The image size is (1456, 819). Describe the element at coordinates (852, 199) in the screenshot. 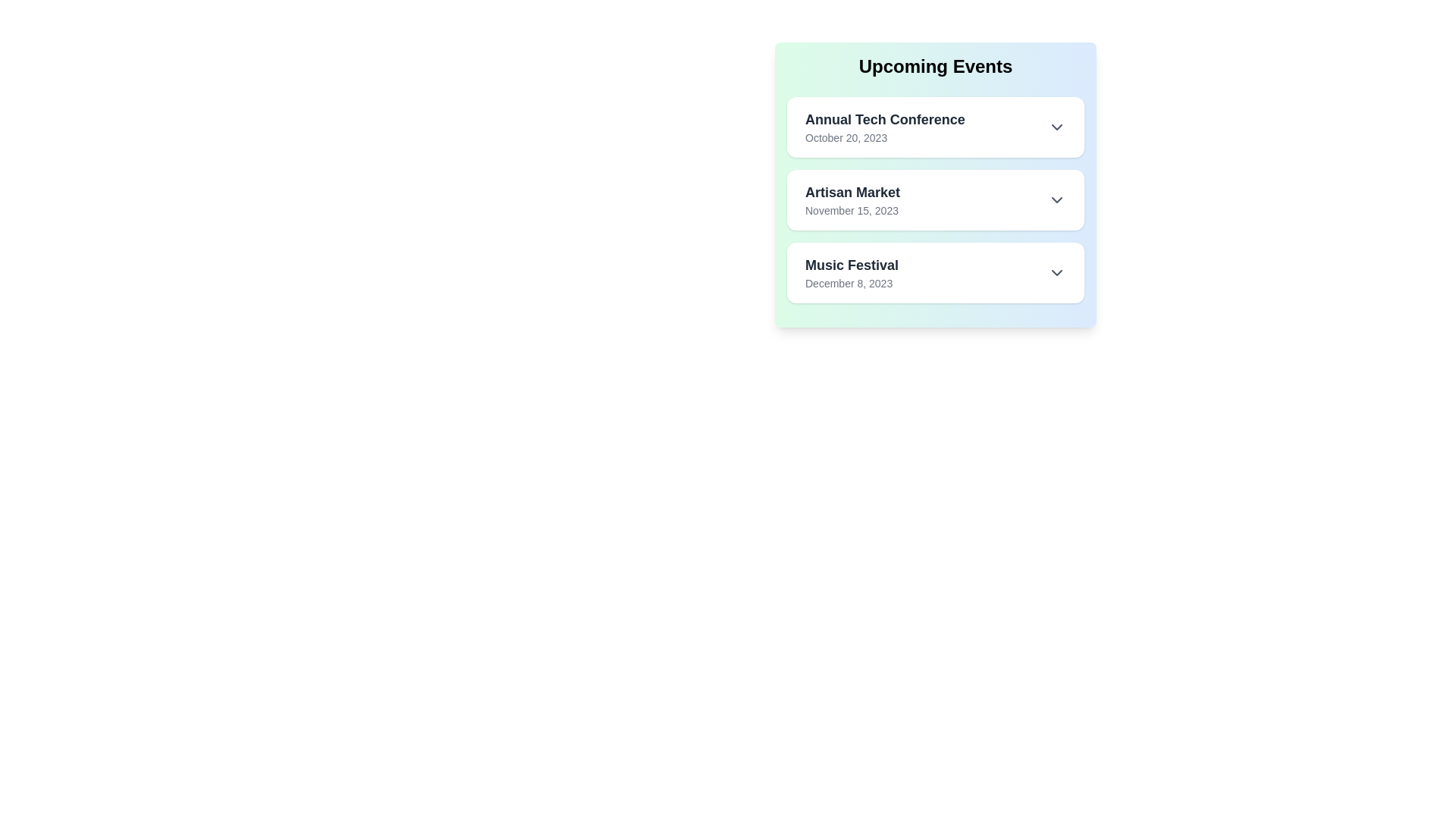

I see `information displayed in the 'Artisan Market' text display, which is the second item in the 'Upcoming Events' section, featuring the date 'November 15, 2023'` at that location.